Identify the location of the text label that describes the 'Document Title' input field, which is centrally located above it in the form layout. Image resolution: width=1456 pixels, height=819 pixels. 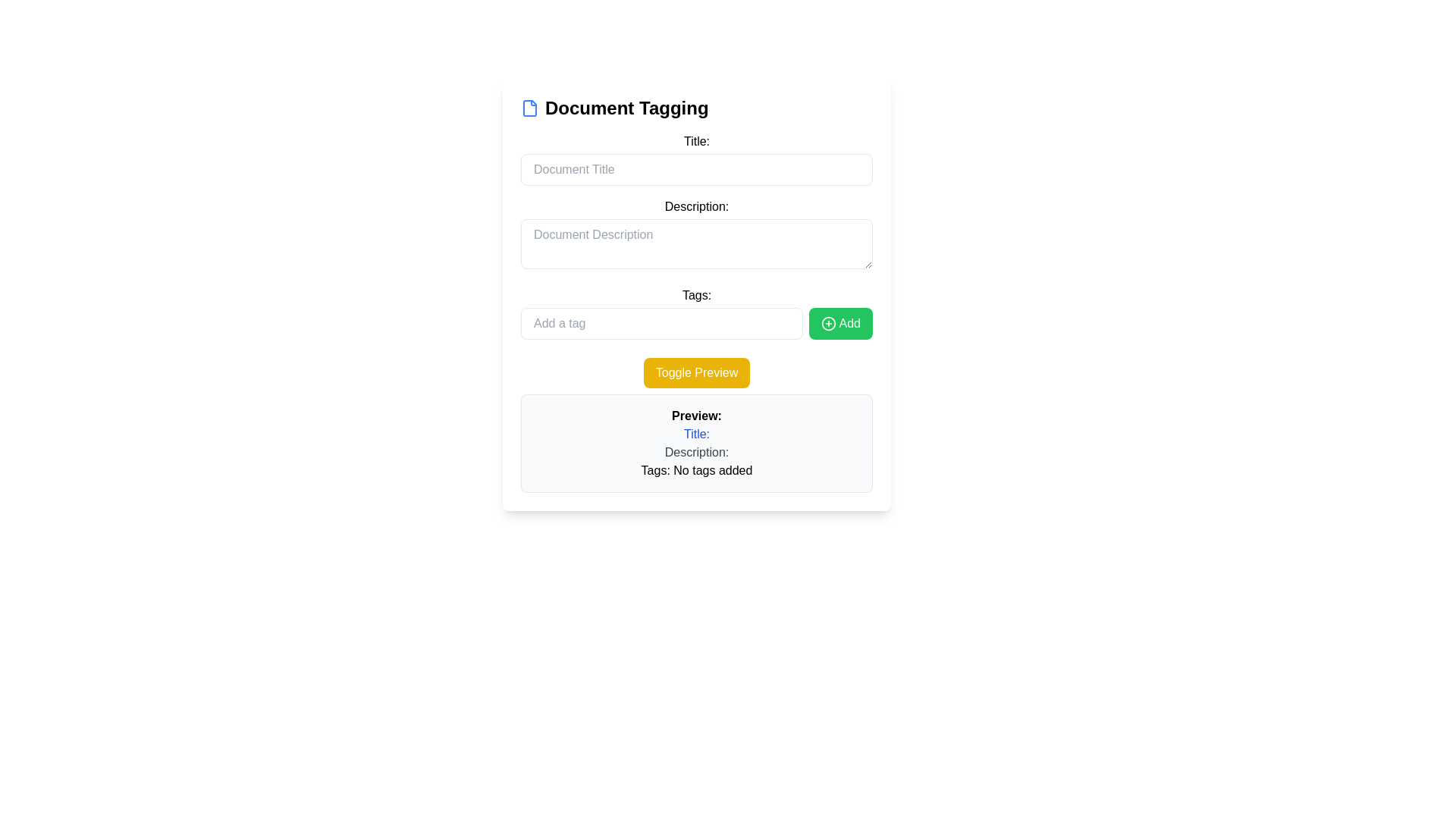
(695, 141).